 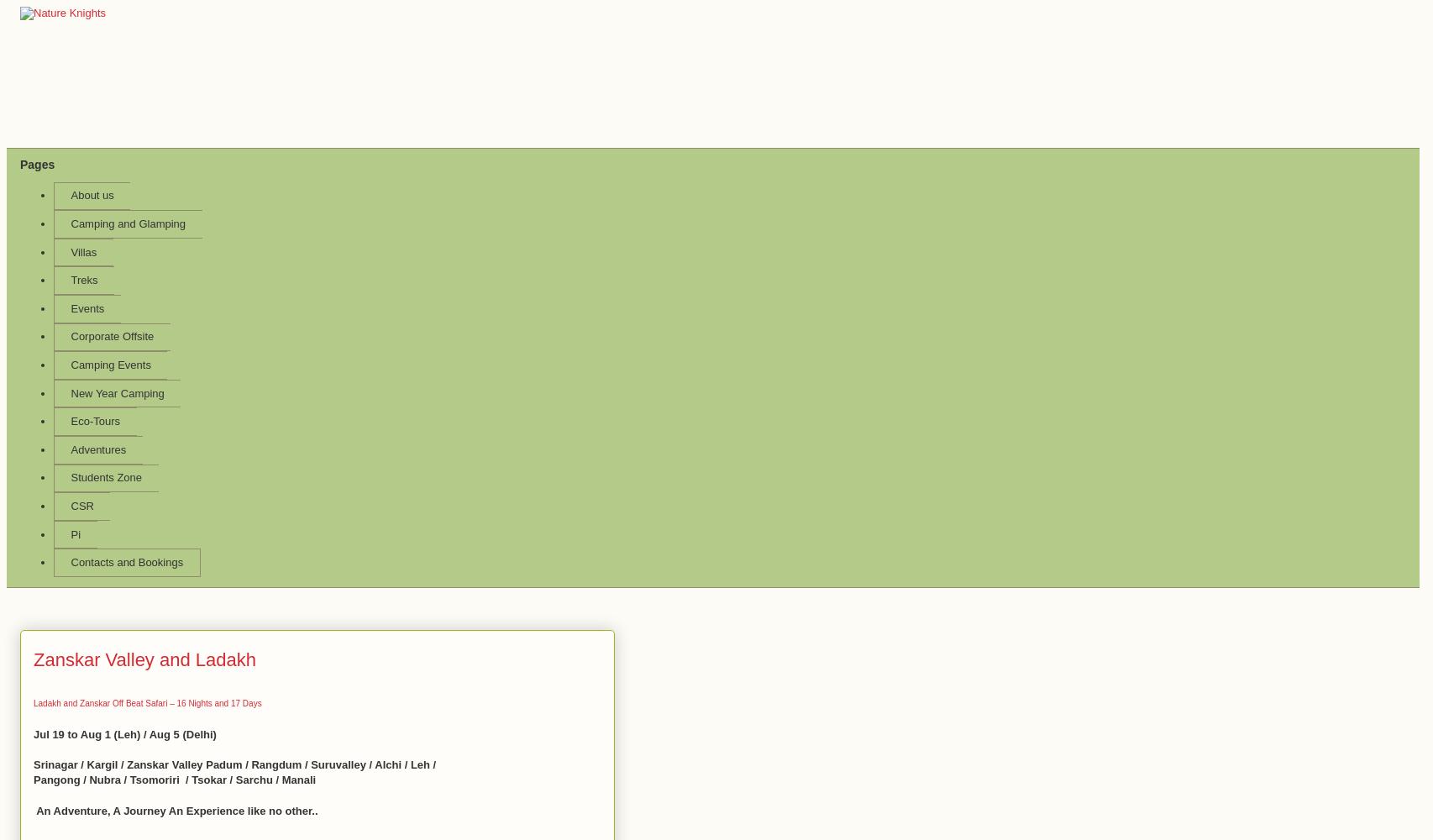 I want to click on 'Eco-Tours', so click(x=95, y=421).